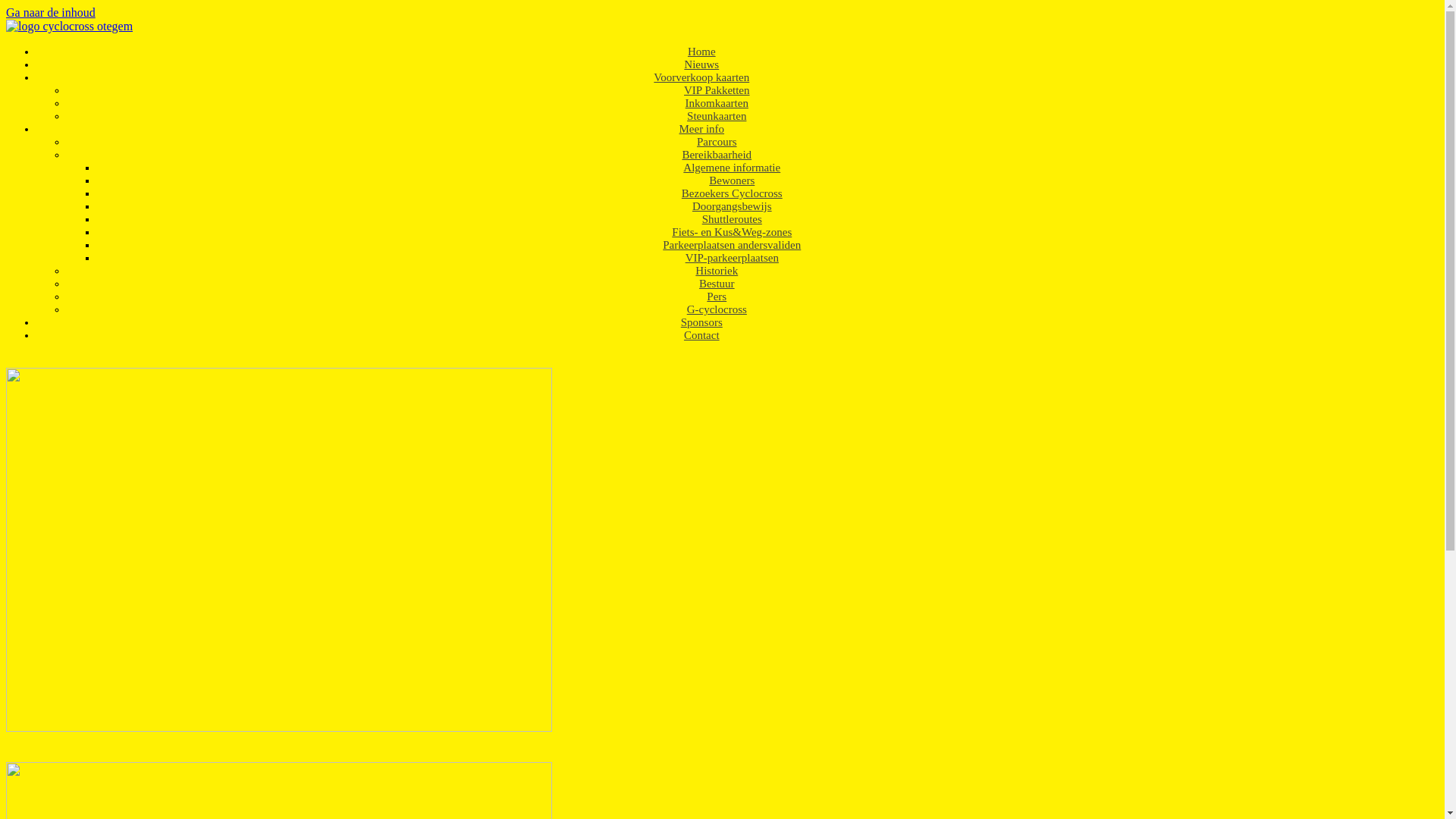 The image size is (1456, 819). Describe the element at coordinates (684, 141) in the screenshot. I see `'Parcours'` at that location.